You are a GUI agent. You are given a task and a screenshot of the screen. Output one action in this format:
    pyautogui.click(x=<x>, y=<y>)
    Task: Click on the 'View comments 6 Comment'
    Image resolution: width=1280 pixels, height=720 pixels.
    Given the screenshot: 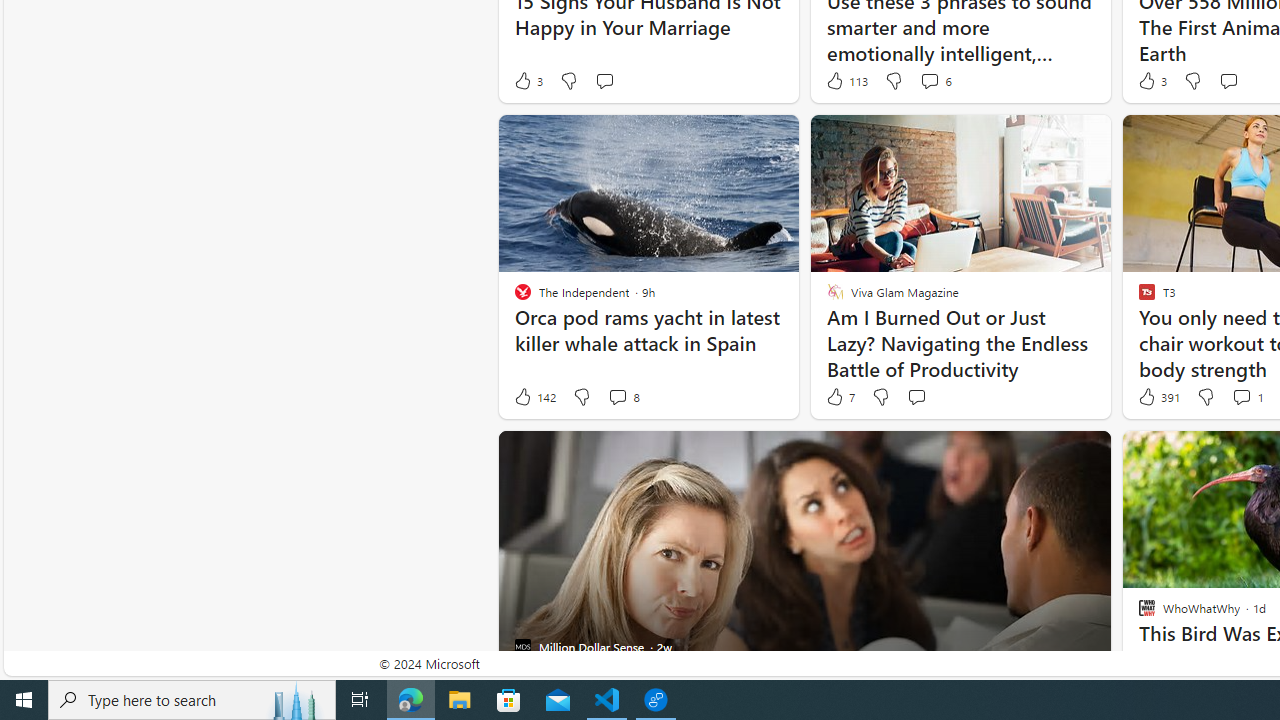 What is the action you would take?
    pyautogui.click(x=934, y=80)
    